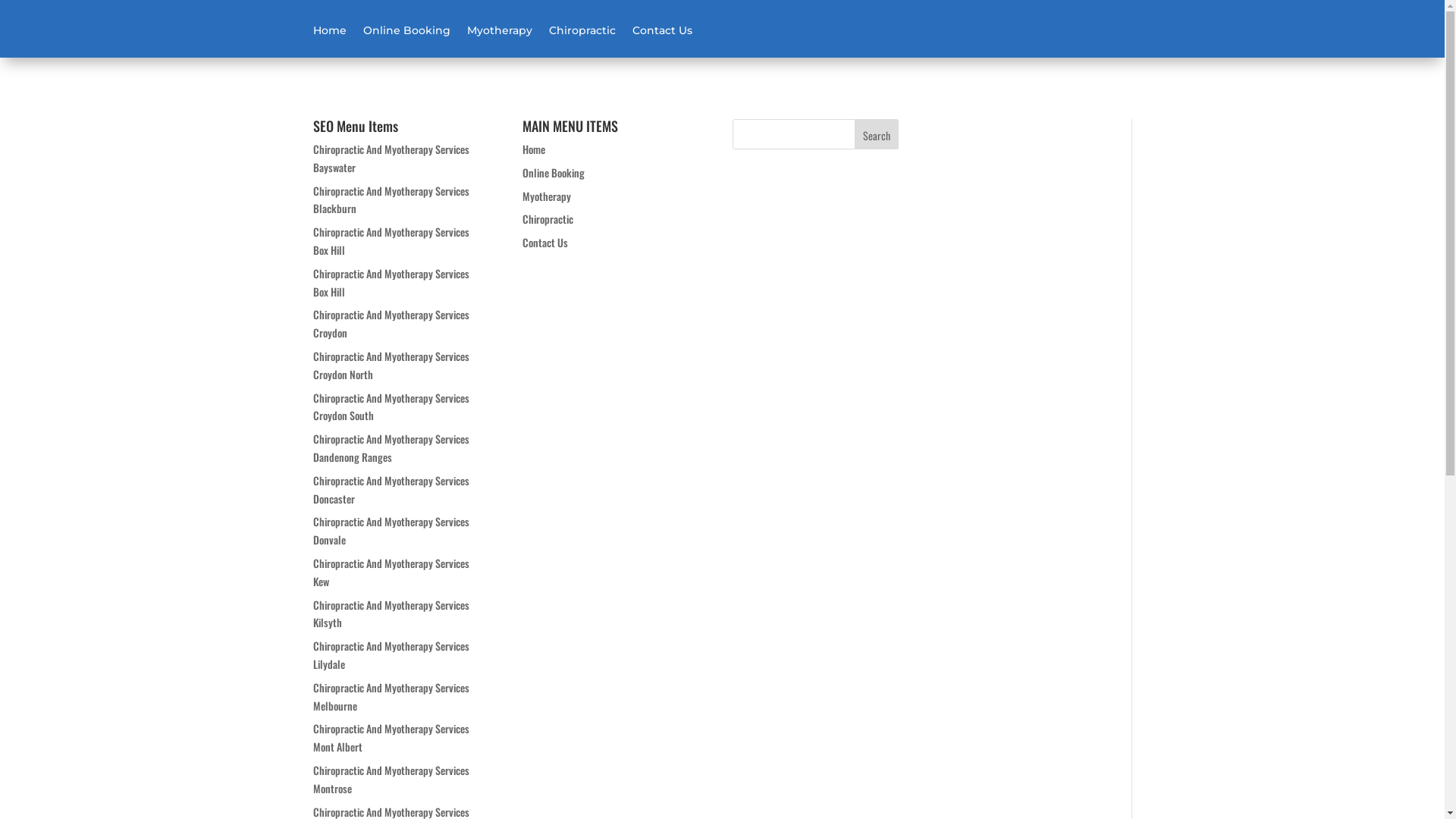 Image resolution: width=1456 pixels, height=819 pixels. I want to click on 'Home', so click(328, 40).